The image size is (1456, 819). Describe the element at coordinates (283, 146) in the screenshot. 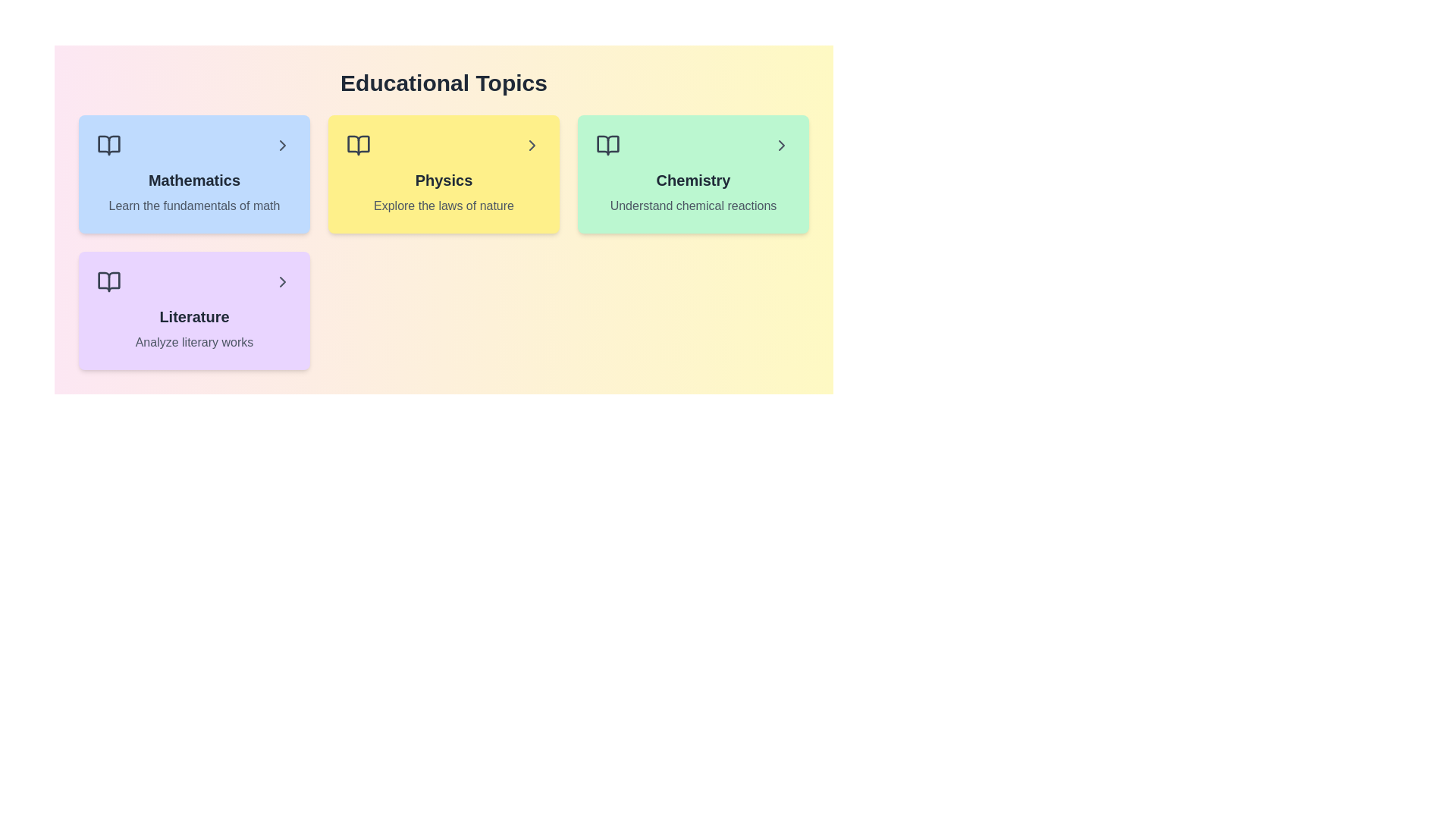

I see `the arrow icon for the topic Mathematics` at that location.